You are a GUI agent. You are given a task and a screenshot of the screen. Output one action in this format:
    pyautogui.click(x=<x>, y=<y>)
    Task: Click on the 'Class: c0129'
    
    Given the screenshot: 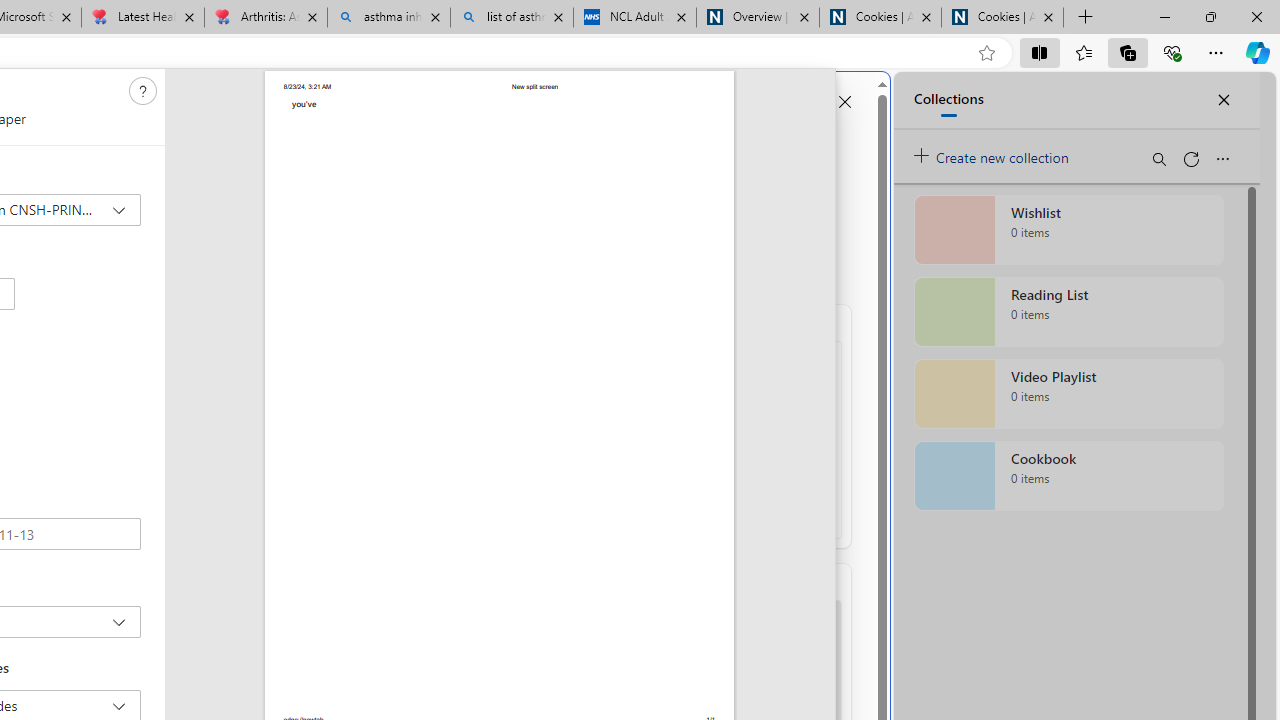 What is the action you would take?
    pyautogui.click(x=141, y=91)
    